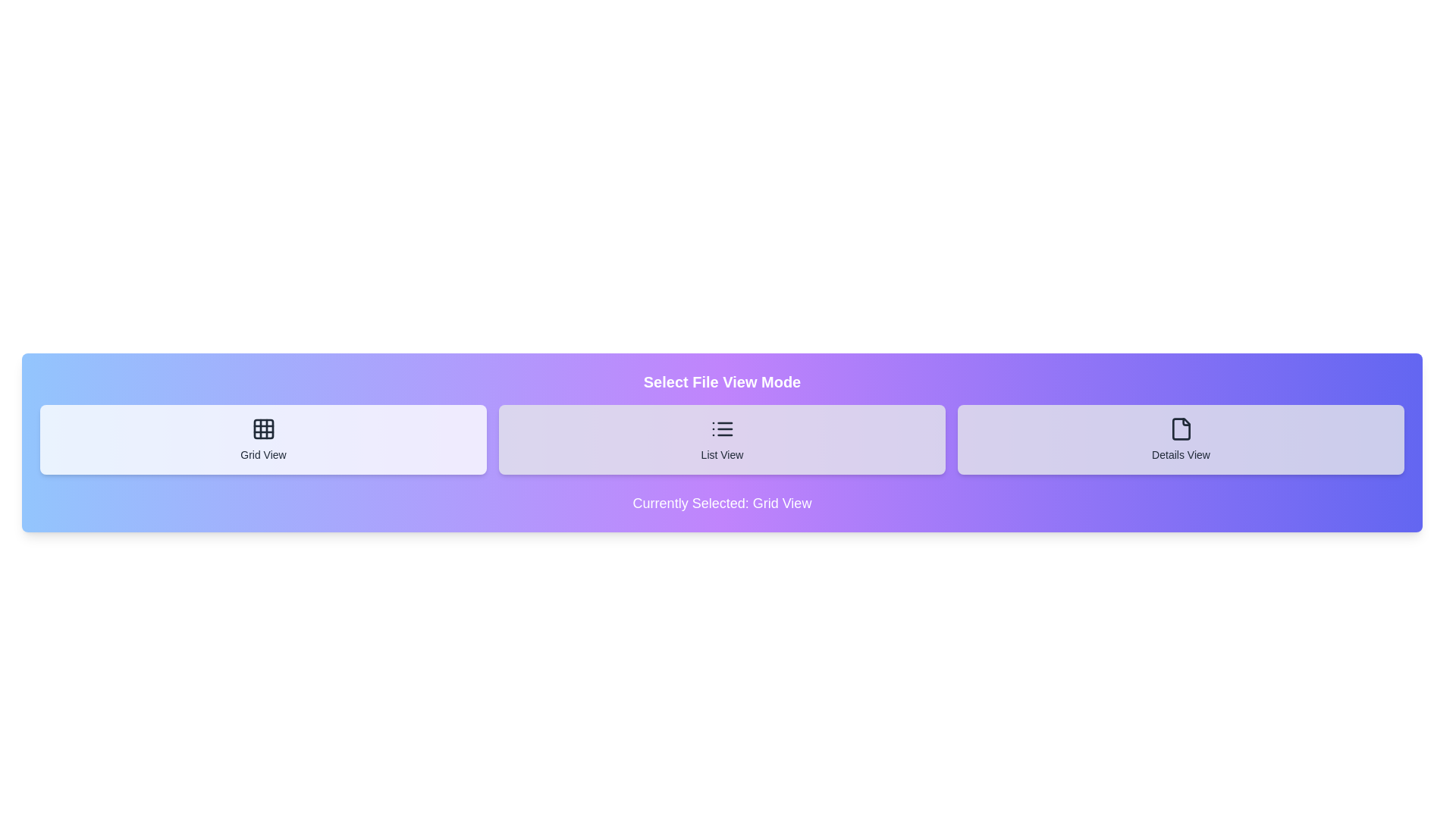  I want to click on the Details View button to observe its hover effect, so click(1180, 439).